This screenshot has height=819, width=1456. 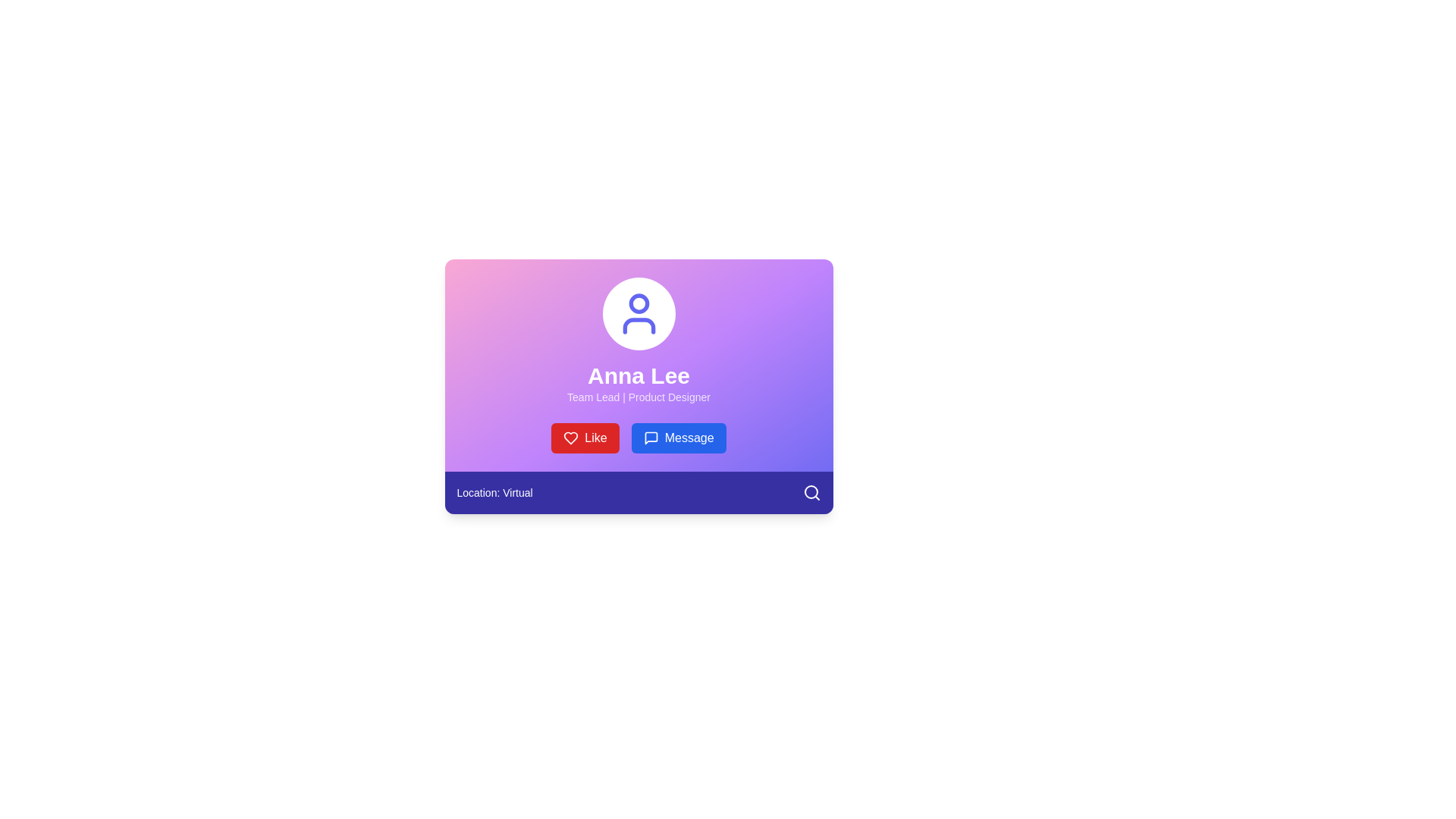 I want to click on the circular component of the magnifying glass icon located in the lower right corner of the purple bar at the bottom of the card, so click(x=810, y=491).